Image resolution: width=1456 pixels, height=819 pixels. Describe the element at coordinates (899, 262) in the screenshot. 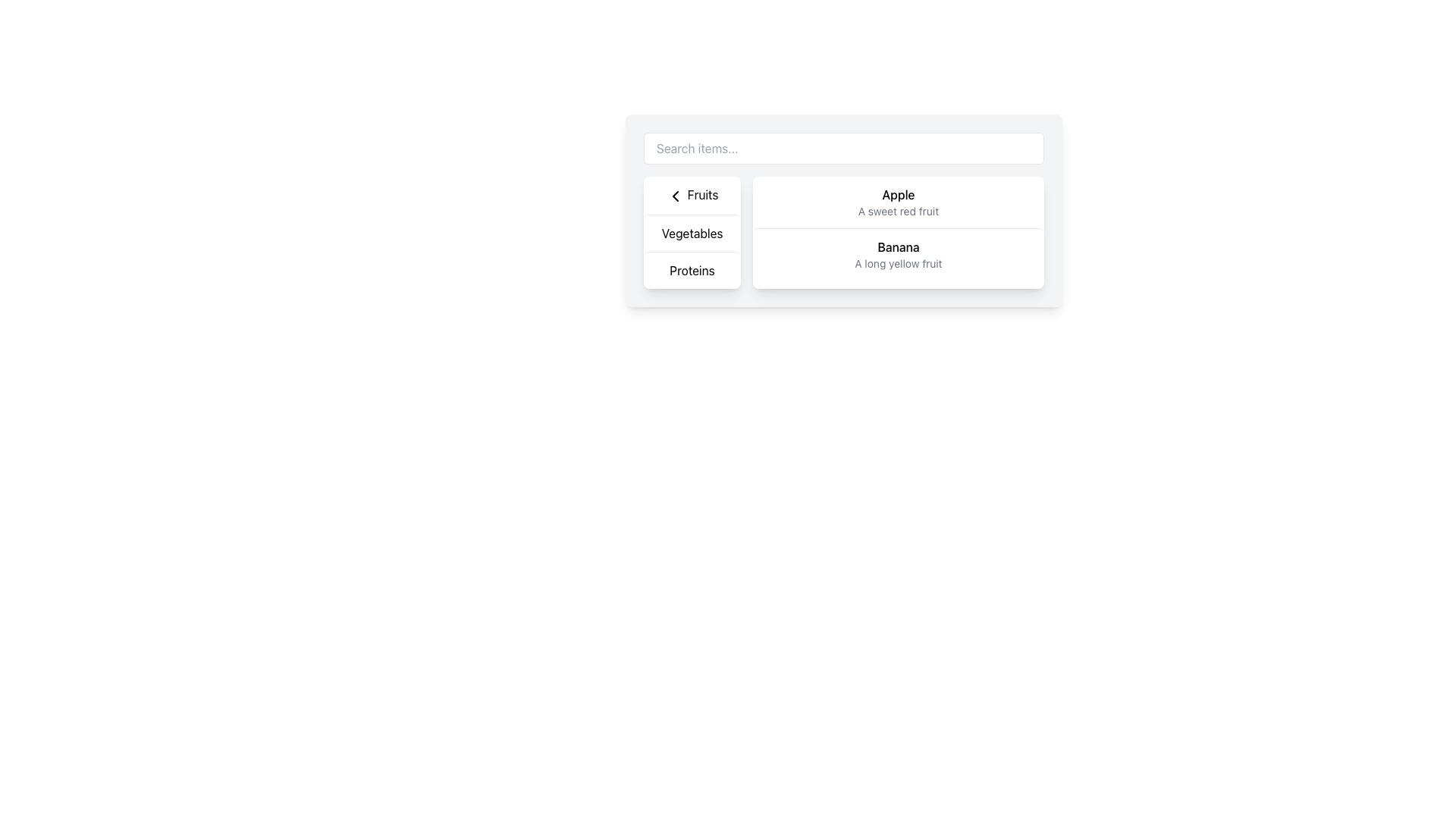

I see `descriptive text label located under the 'Banana' title in the middle section of the interface` at that location.